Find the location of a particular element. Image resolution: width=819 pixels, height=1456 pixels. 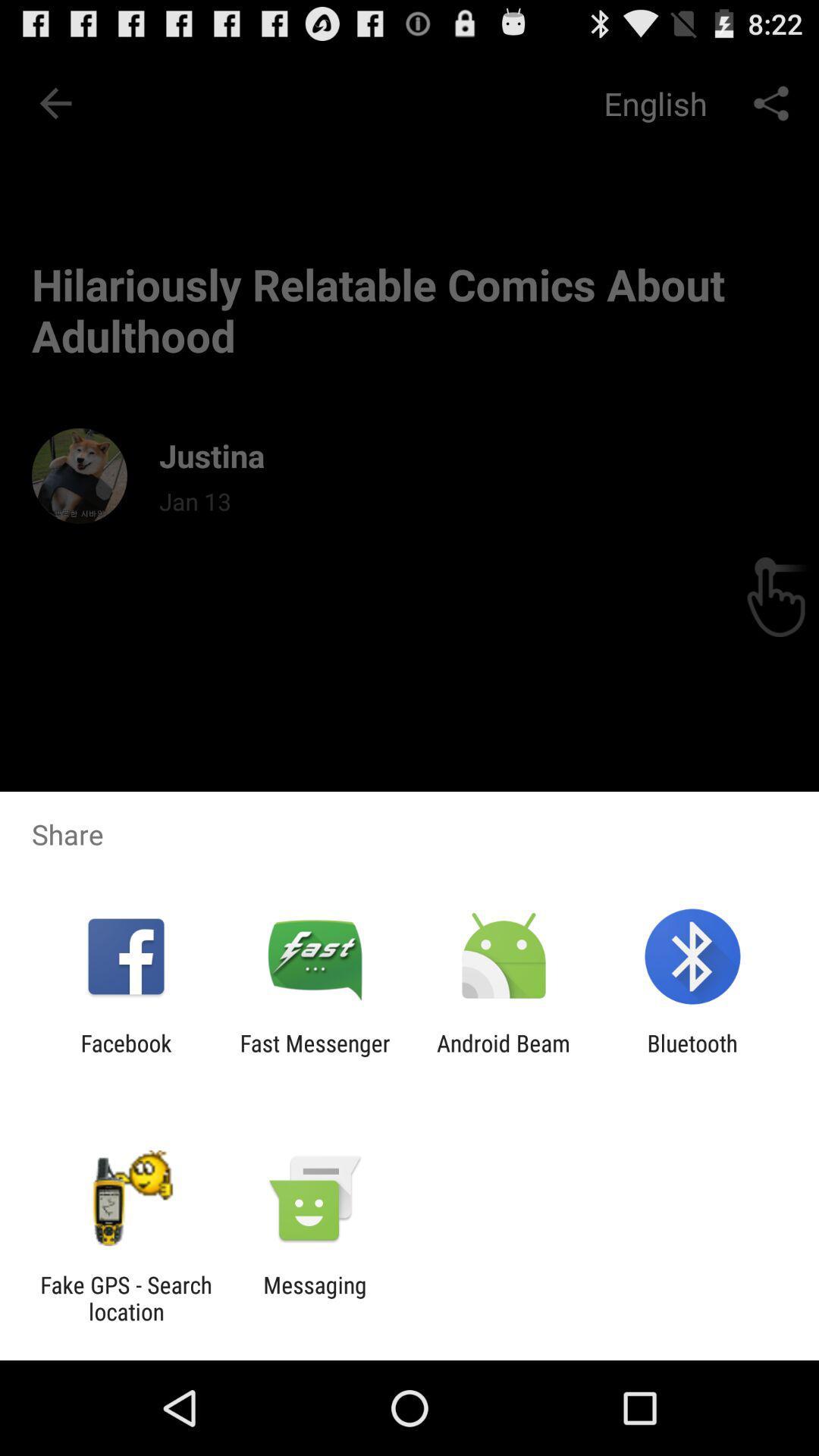

messaging icon is located at coordinates (314, 1298).